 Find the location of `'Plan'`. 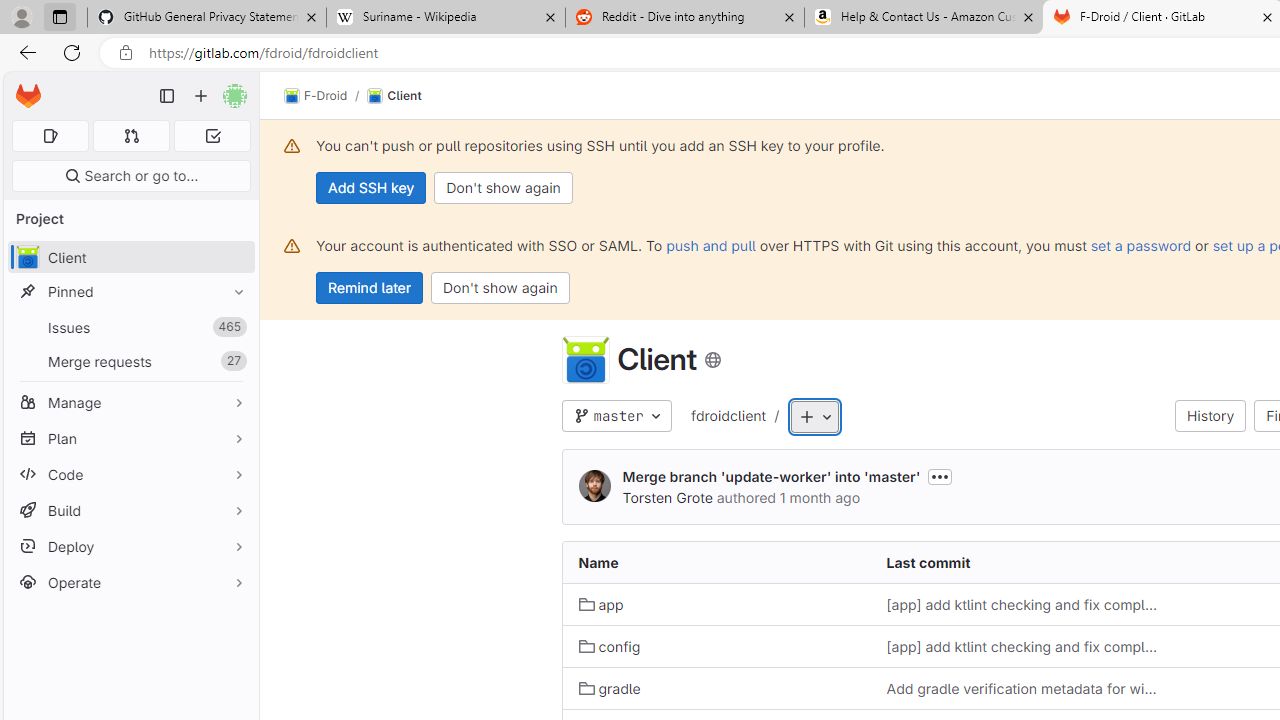

'Plan' is located at coordinates (130, 437).